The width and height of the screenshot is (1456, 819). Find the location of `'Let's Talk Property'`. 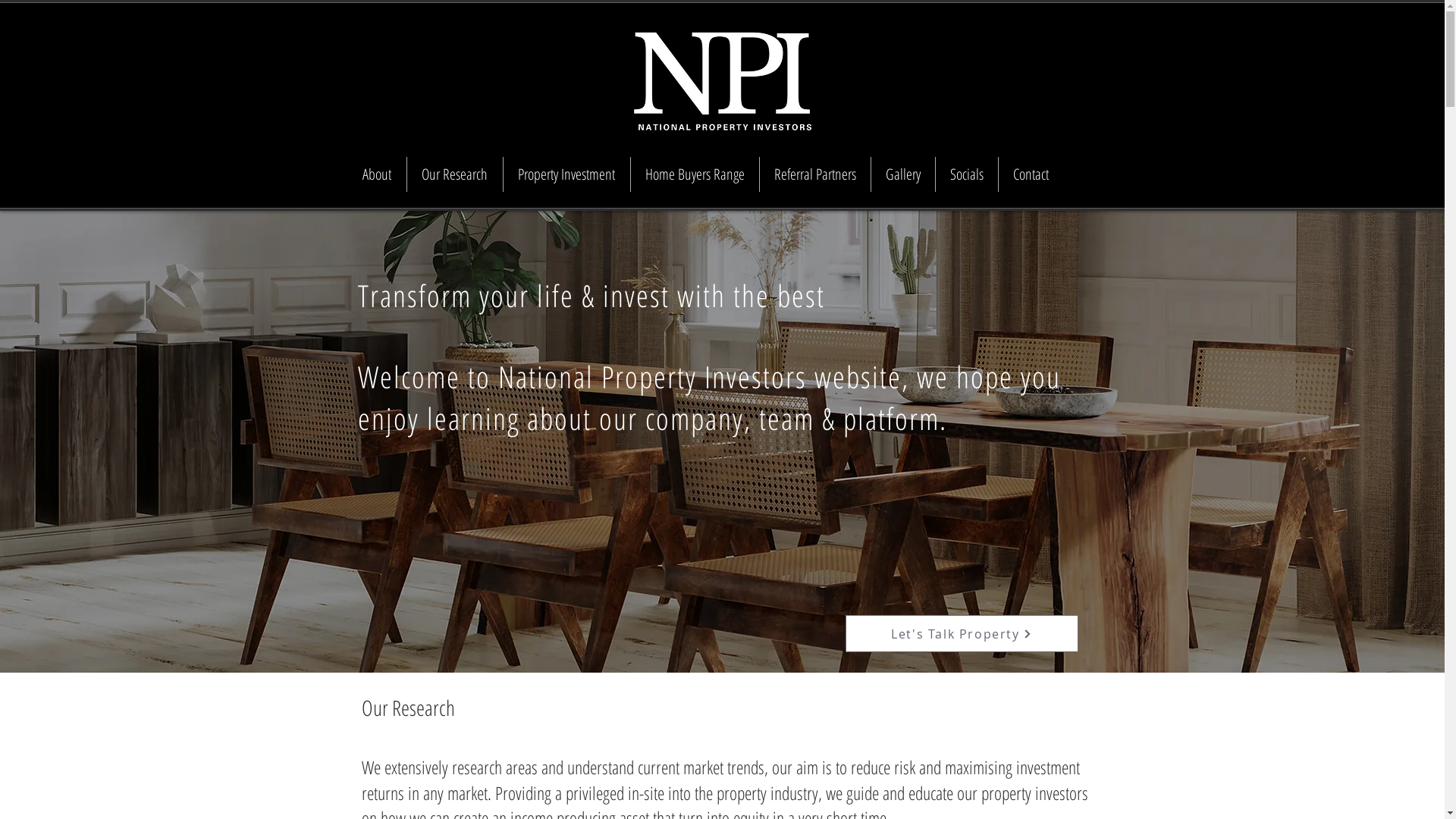

'Let's Talk Property' is located at coordinates (960, 633).